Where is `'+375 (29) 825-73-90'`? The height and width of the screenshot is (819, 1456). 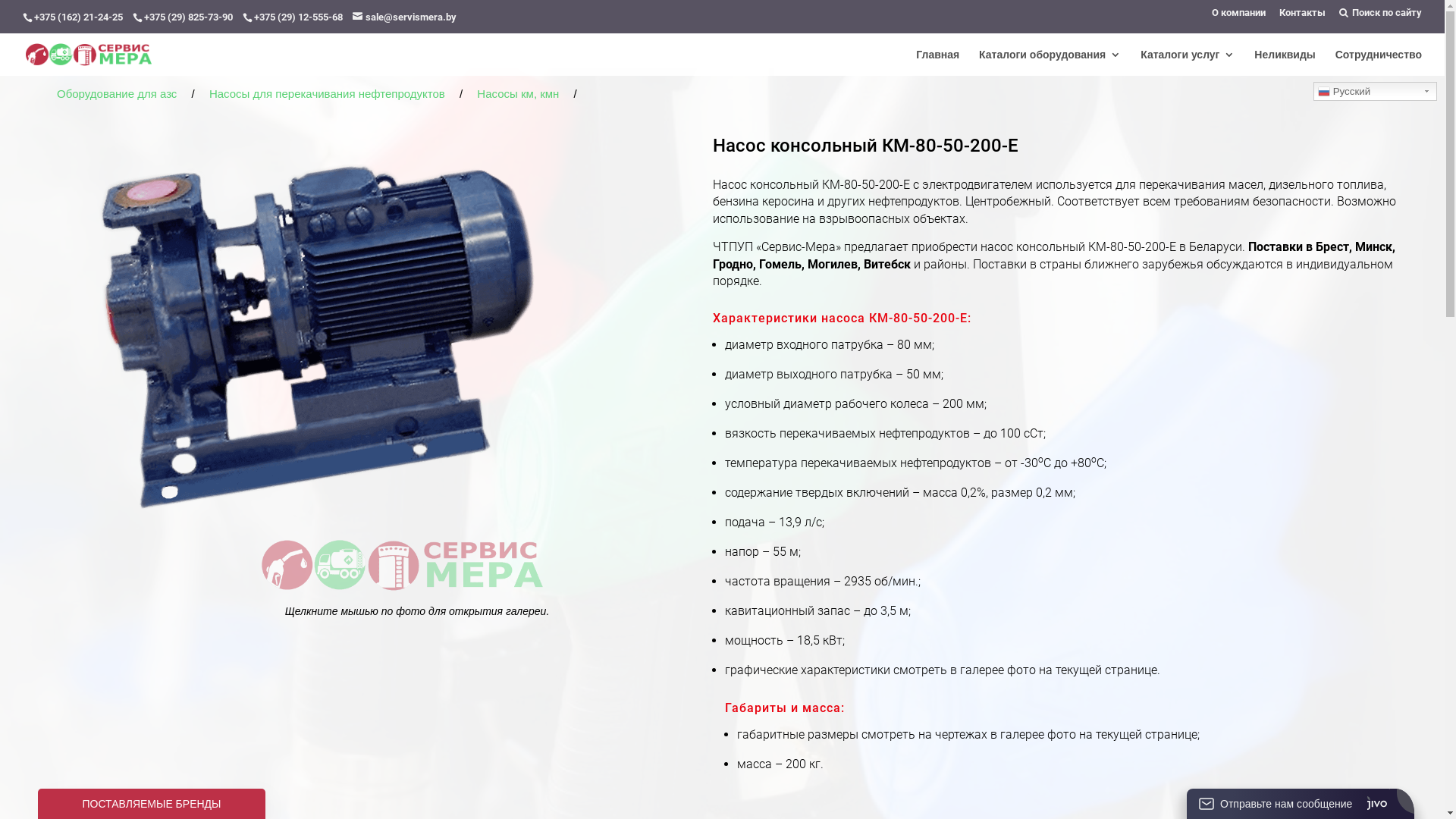
'+375 (29) 825-73-90' is located at coordinates (187, 17).